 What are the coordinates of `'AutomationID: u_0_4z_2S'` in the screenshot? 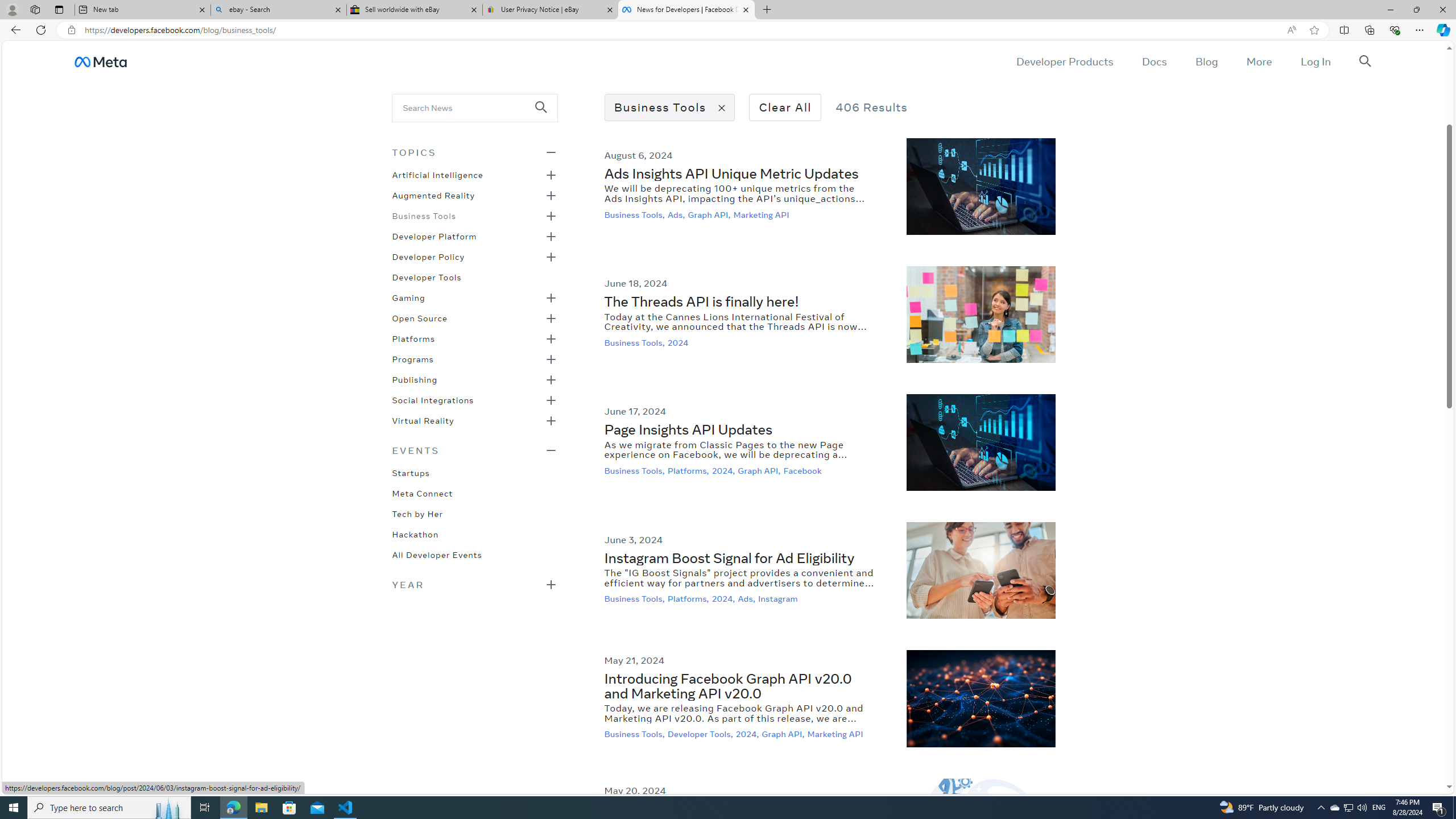 It's located at (100, 61).